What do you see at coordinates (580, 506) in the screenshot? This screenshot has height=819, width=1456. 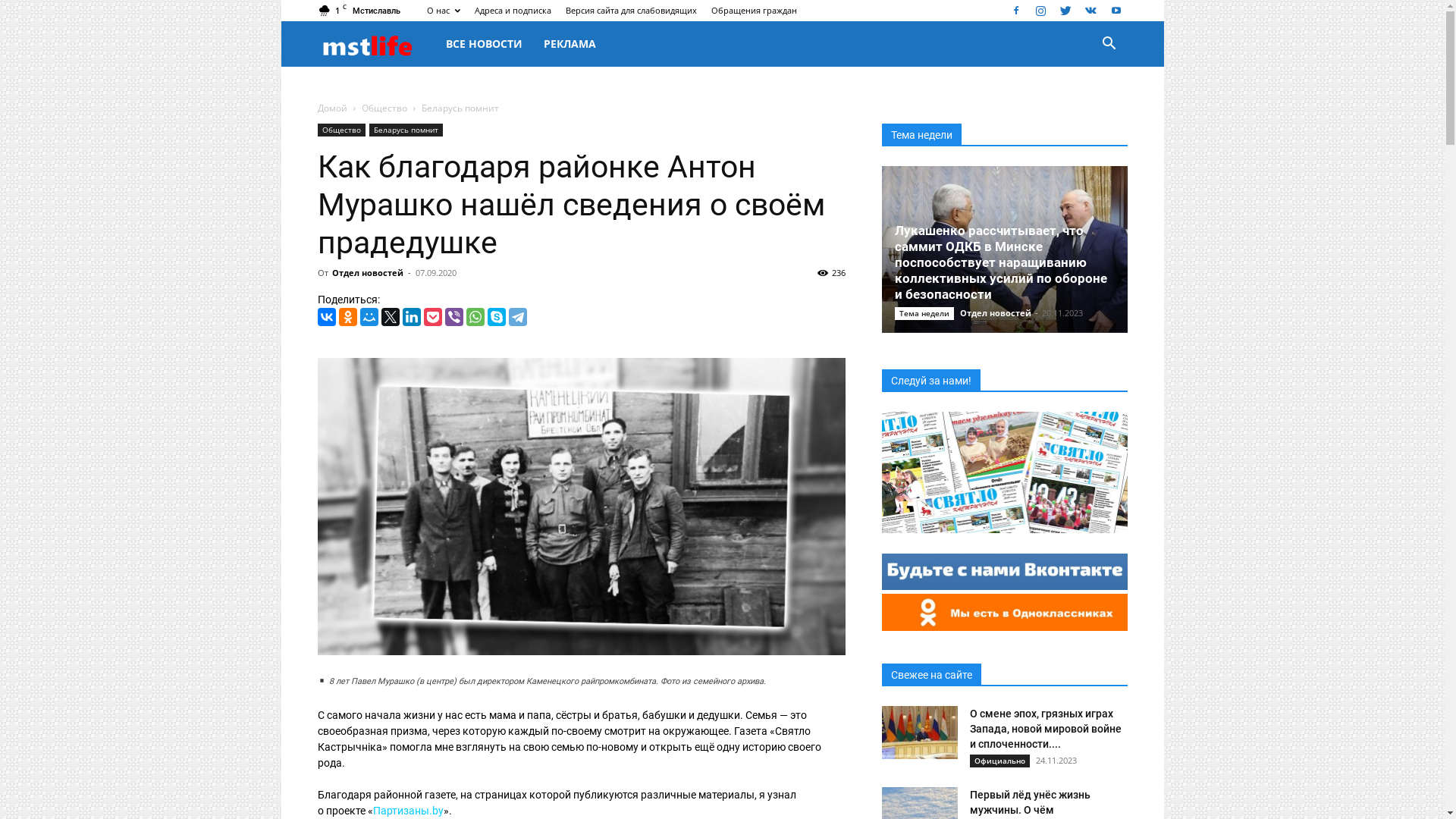 I see `'1'` at bounding box center [580, 506].